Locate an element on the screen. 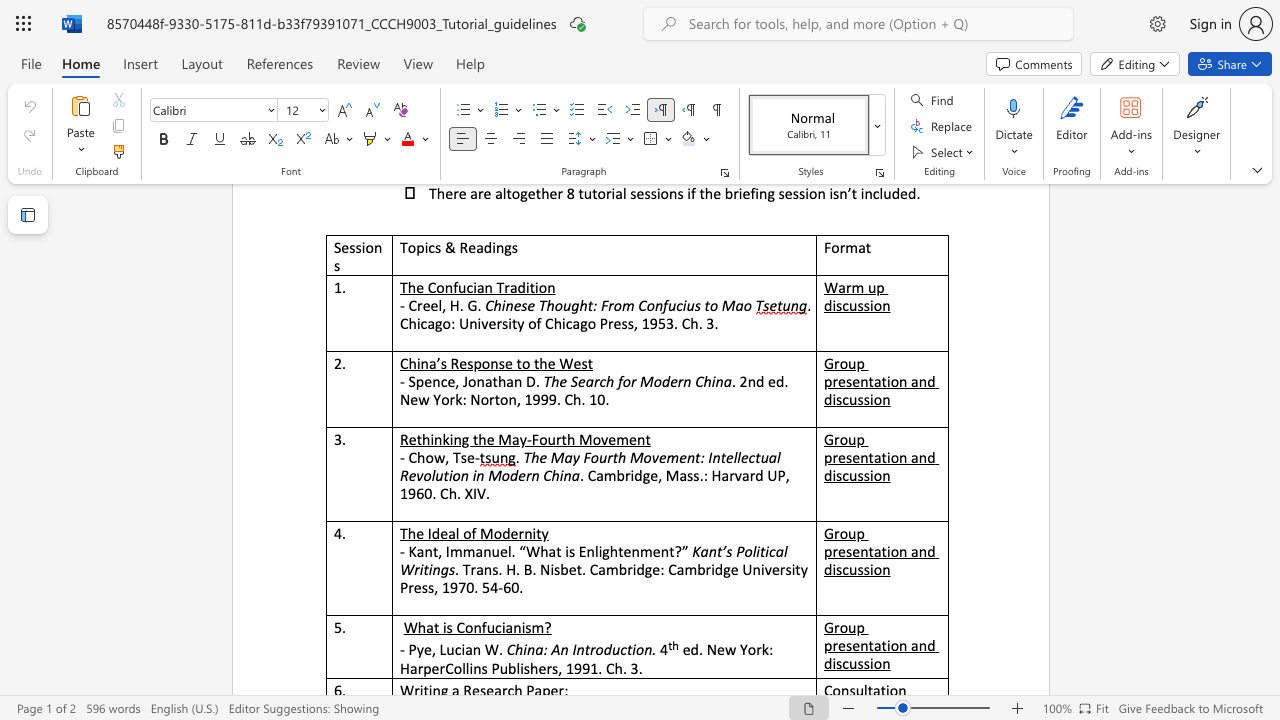  the subset text "W." within the text "- Pye, Lucian W." is located at coordinates (484, 649).